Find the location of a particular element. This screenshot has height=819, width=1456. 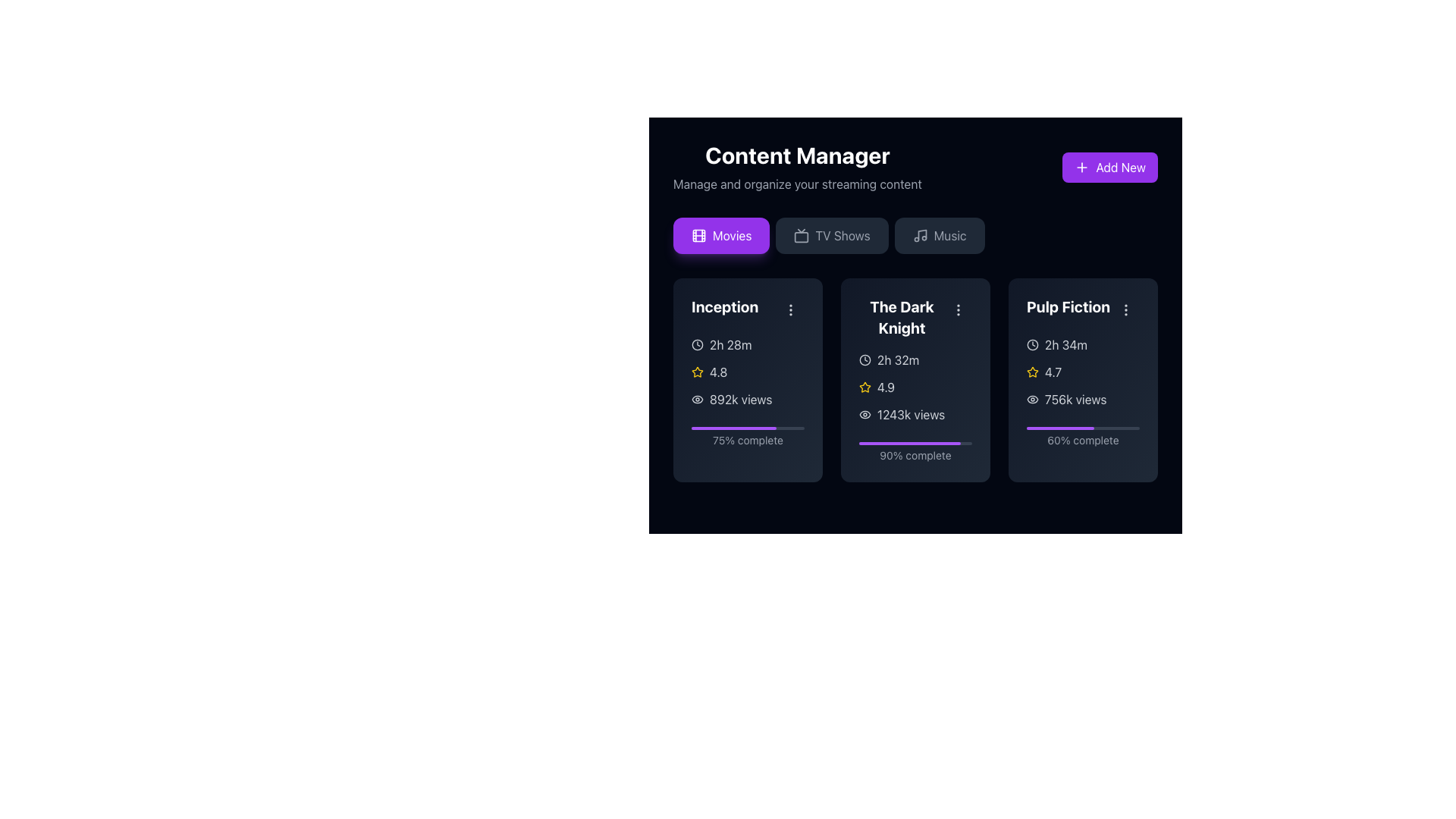

the rating score displayed in the Text Label for the movie 'Pulp Fiction', which is positioned above the '756k views' text content and follows a yellow star icon is located at coordinates (1053, 372).